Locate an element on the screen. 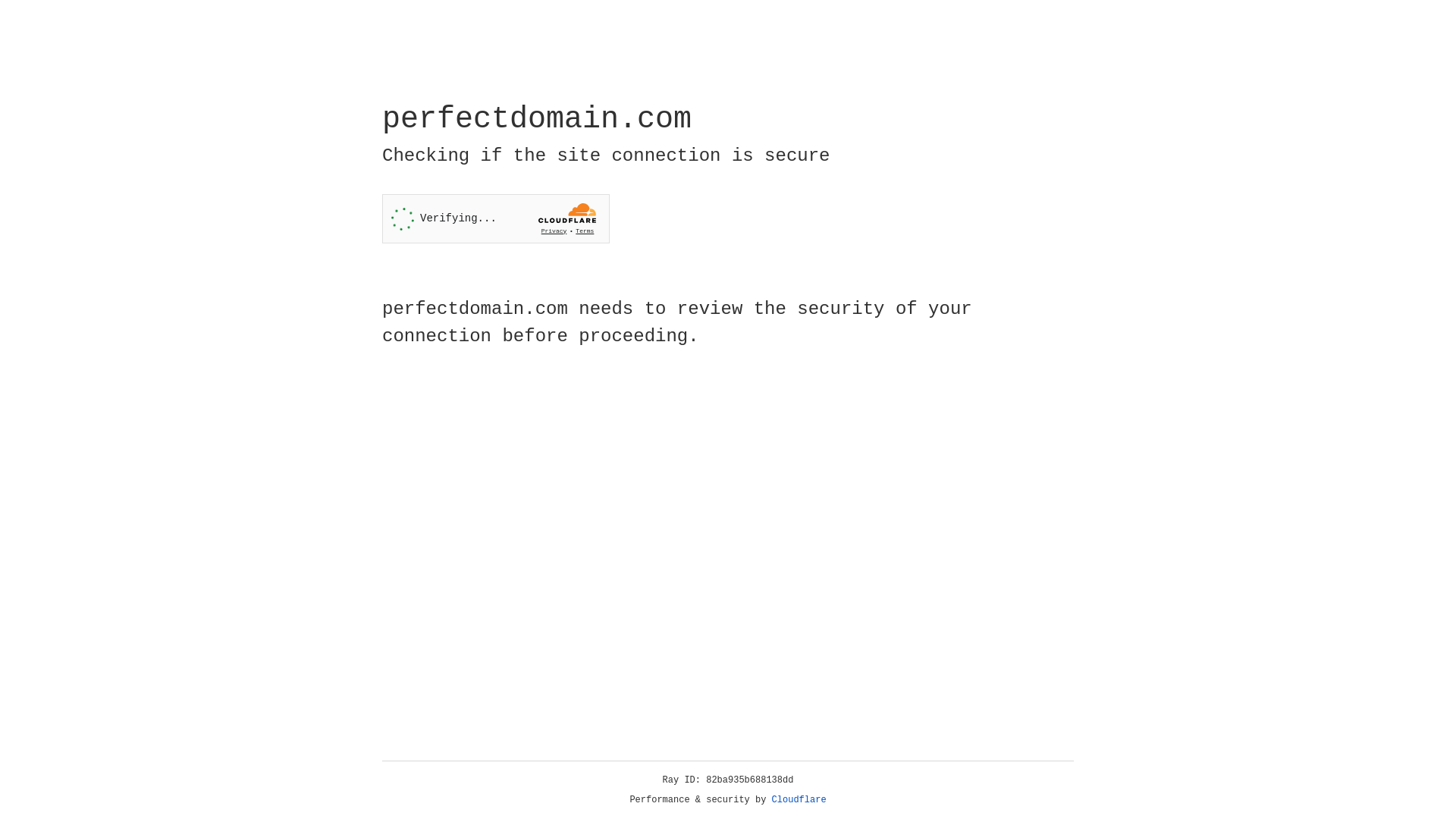  'Cloudflare' is located at coordinates (799, 799).